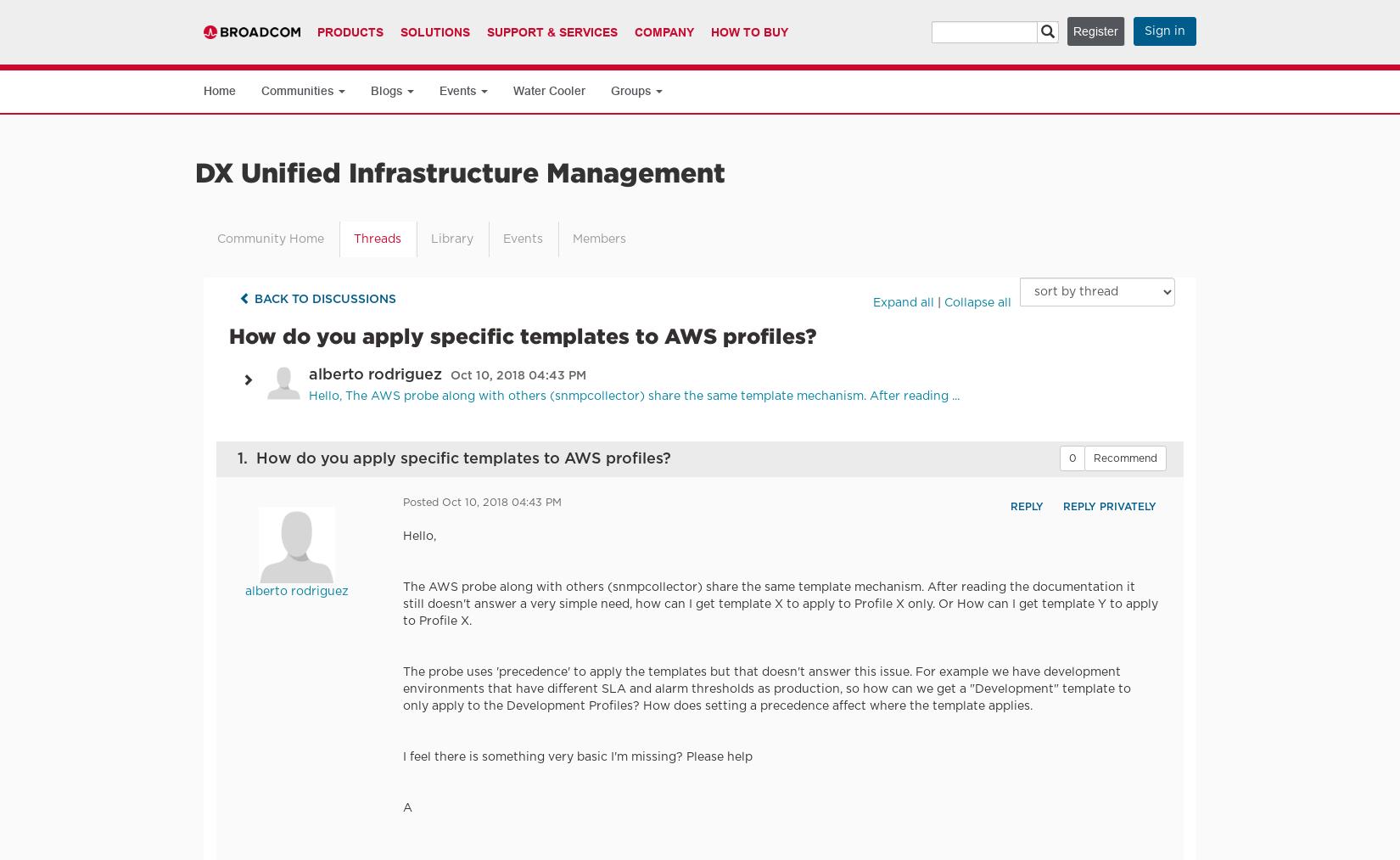  I want to click on 'Reply', so click(1026, 506).